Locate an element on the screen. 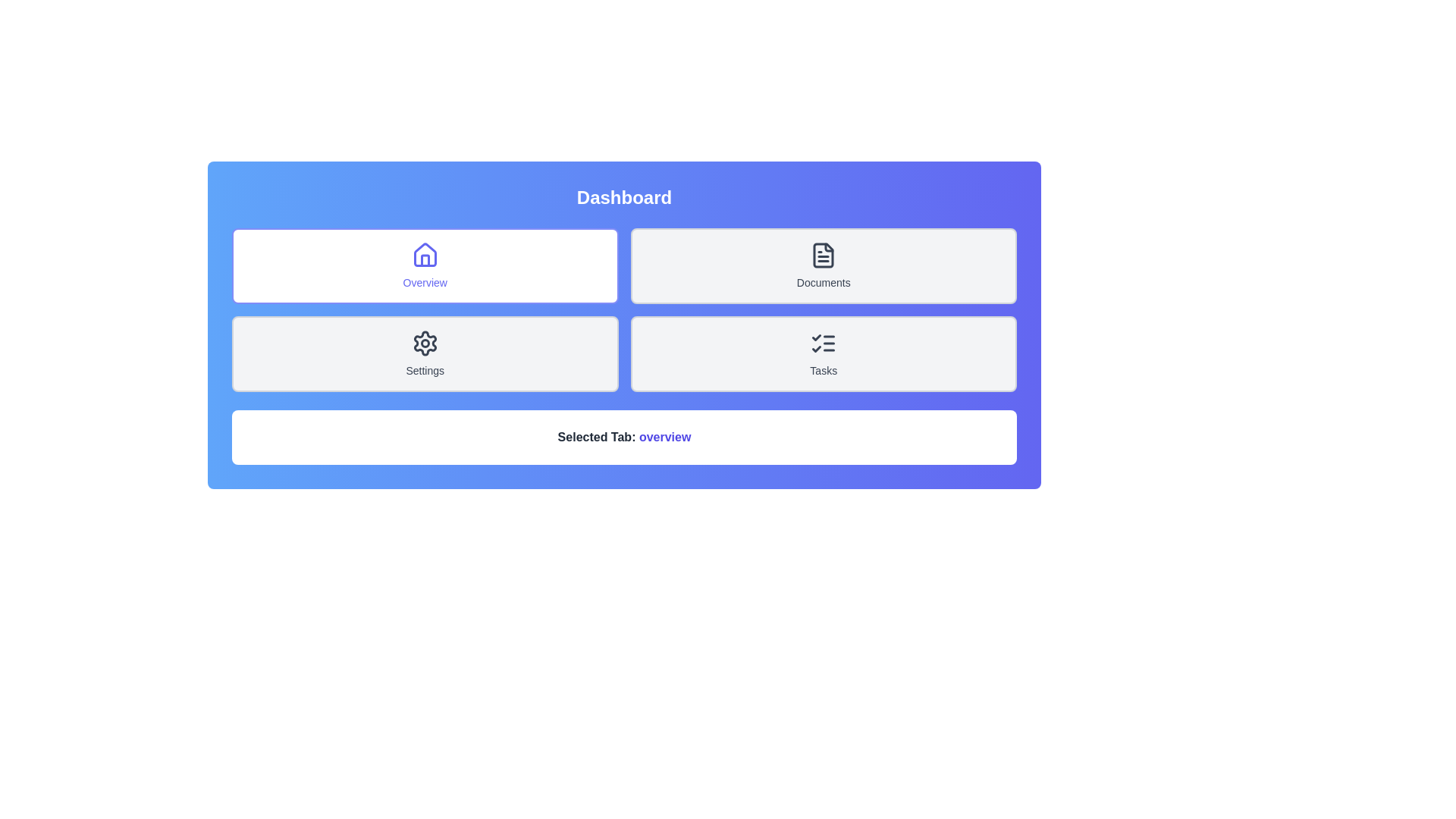  the Settings button located in the left column of the second row of the grid layout, positioned below the Overview button and to the left of the Tasks button is located at coordinates (425, 353).